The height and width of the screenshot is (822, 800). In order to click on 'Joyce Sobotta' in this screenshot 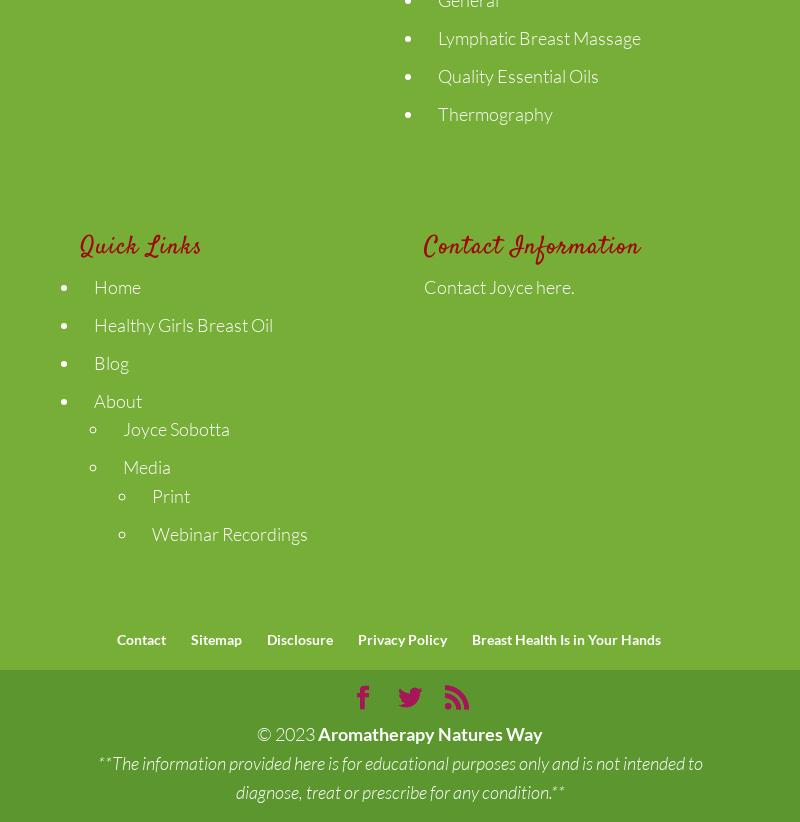, I will do `click(175, 428)`.